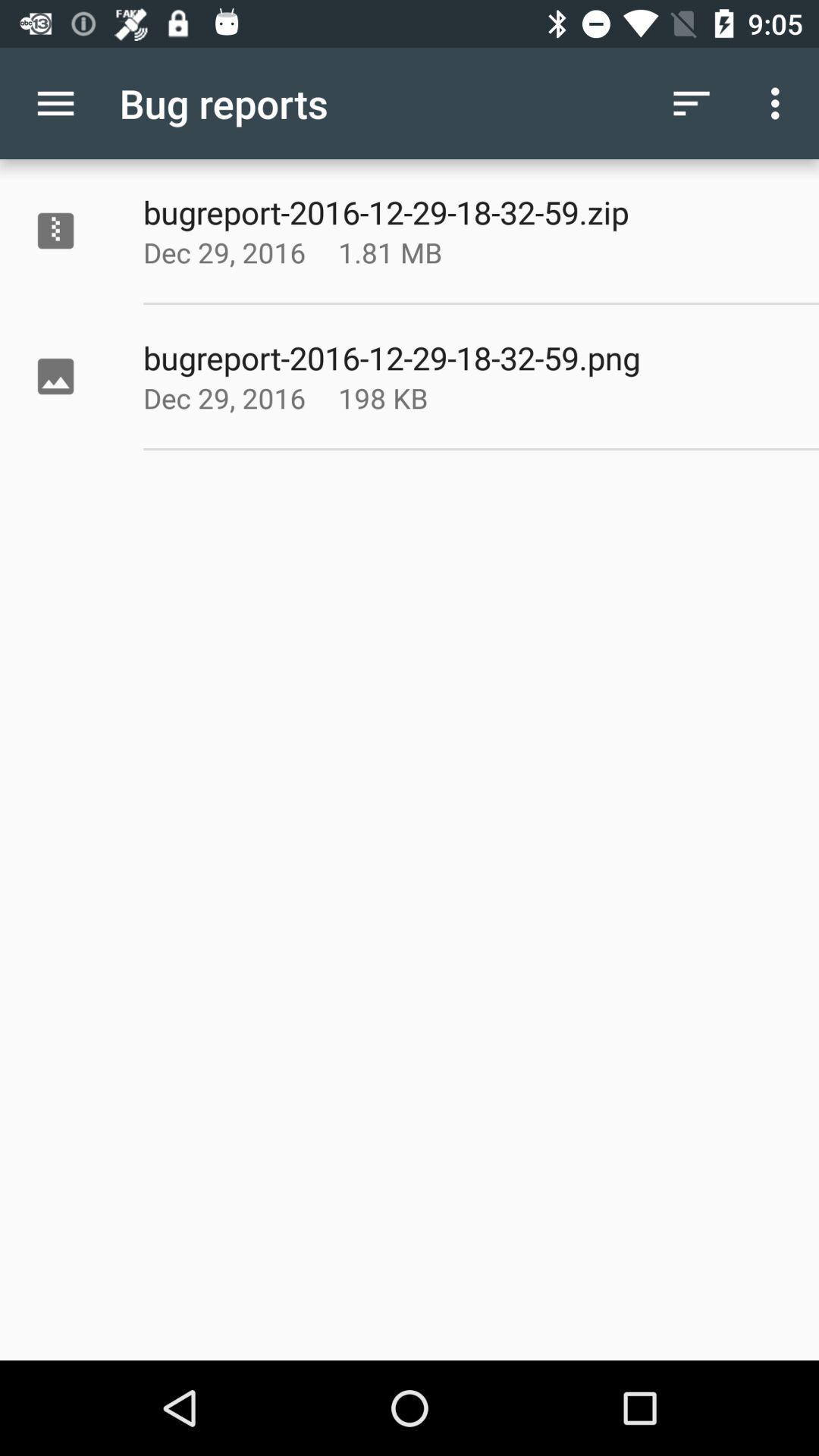 This screenshot has height=1456, width=819. What do you see at coordinates (428, 252) in the screenshot?
I see `the item below bugreport 2016 12 item` at bounding box center [428, 252].